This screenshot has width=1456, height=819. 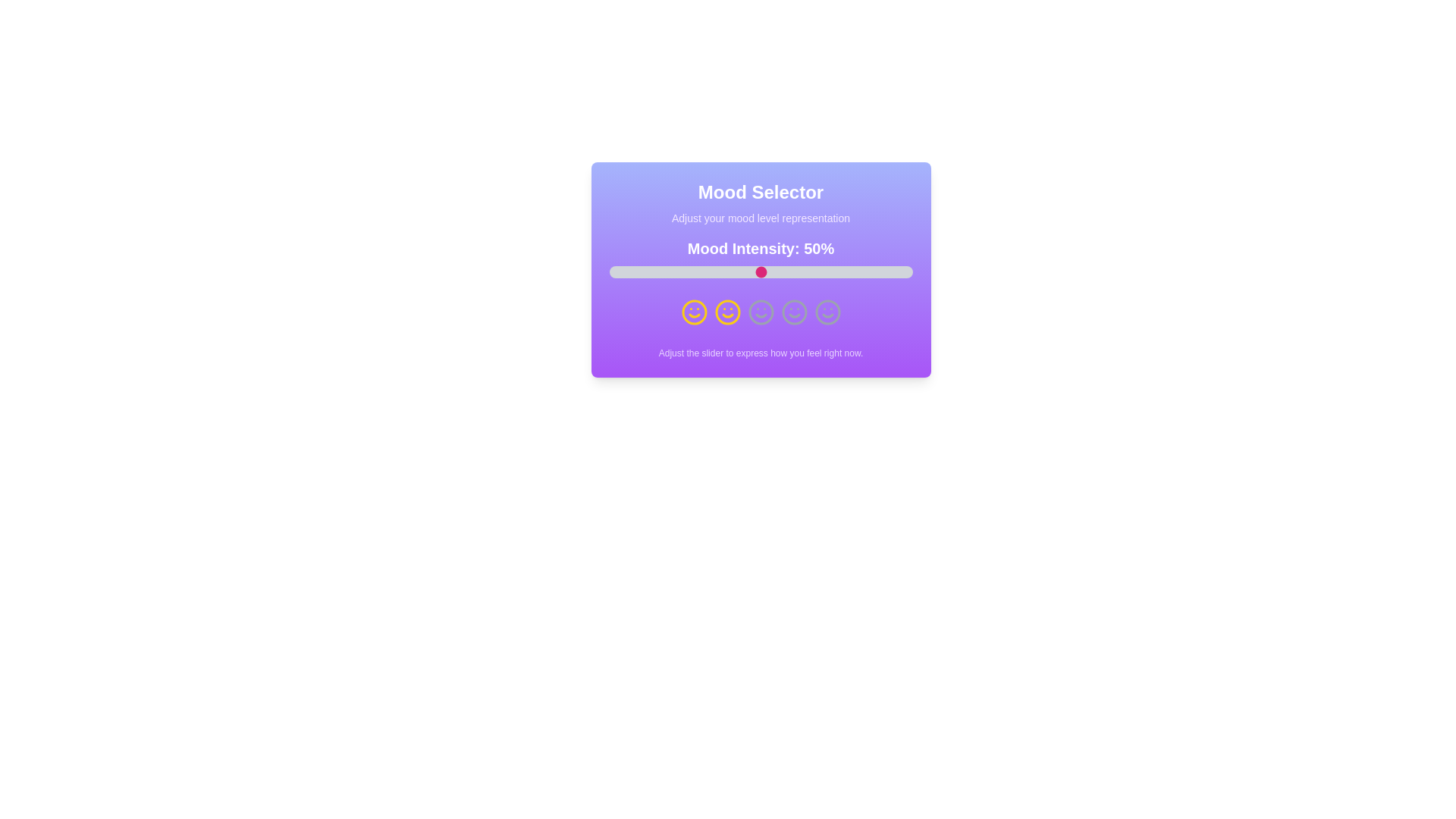 What do you see at coordinates (879, 271) in the screenshot?
I see `the slider to set the mood intensity to 89%` at bounding box center [879, 271].